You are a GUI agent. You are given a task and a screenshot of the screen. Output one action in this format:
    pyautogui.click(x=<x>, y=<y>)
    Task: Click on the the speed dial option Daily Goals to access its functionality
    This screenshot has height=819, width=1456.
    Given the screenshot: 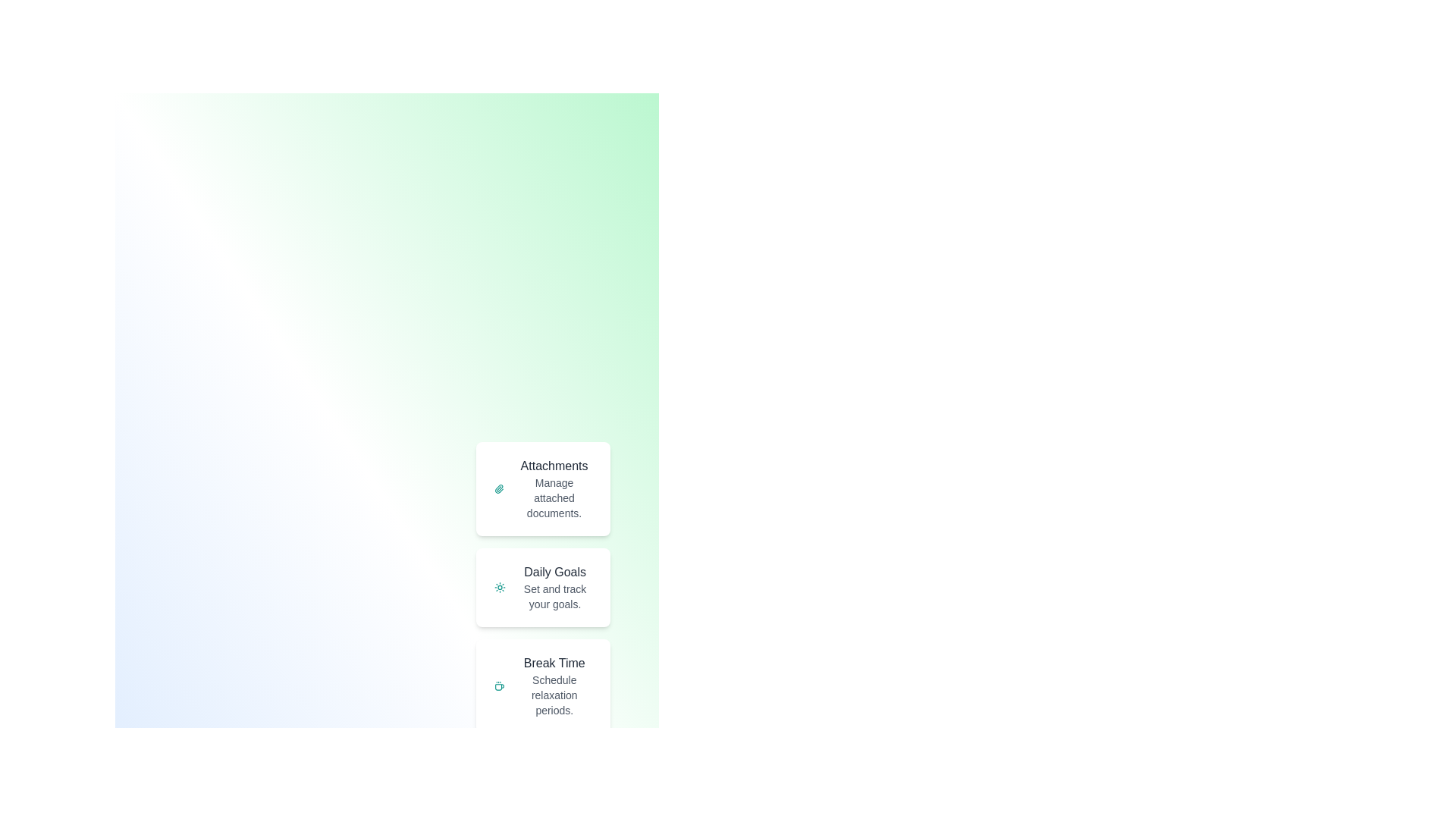 What is the action you would take?
    pyautogui.click(x=543, y=587)
    